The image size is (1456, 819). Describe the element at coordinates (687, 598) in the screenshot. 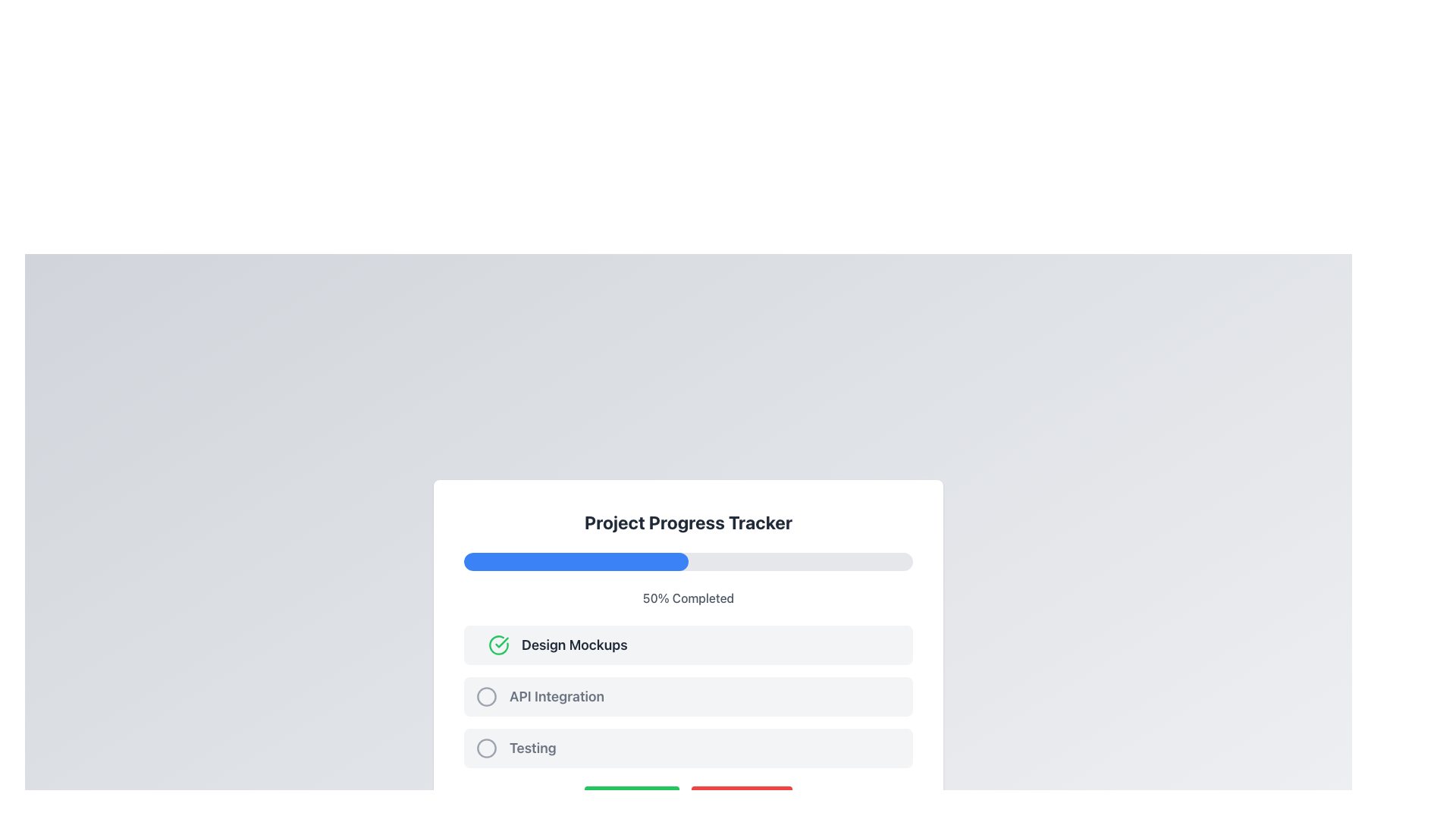

I see `the static text displaying '50% Completed', which is positioned below the progress bar in the 'Project Progress Tracker' section` at that location.